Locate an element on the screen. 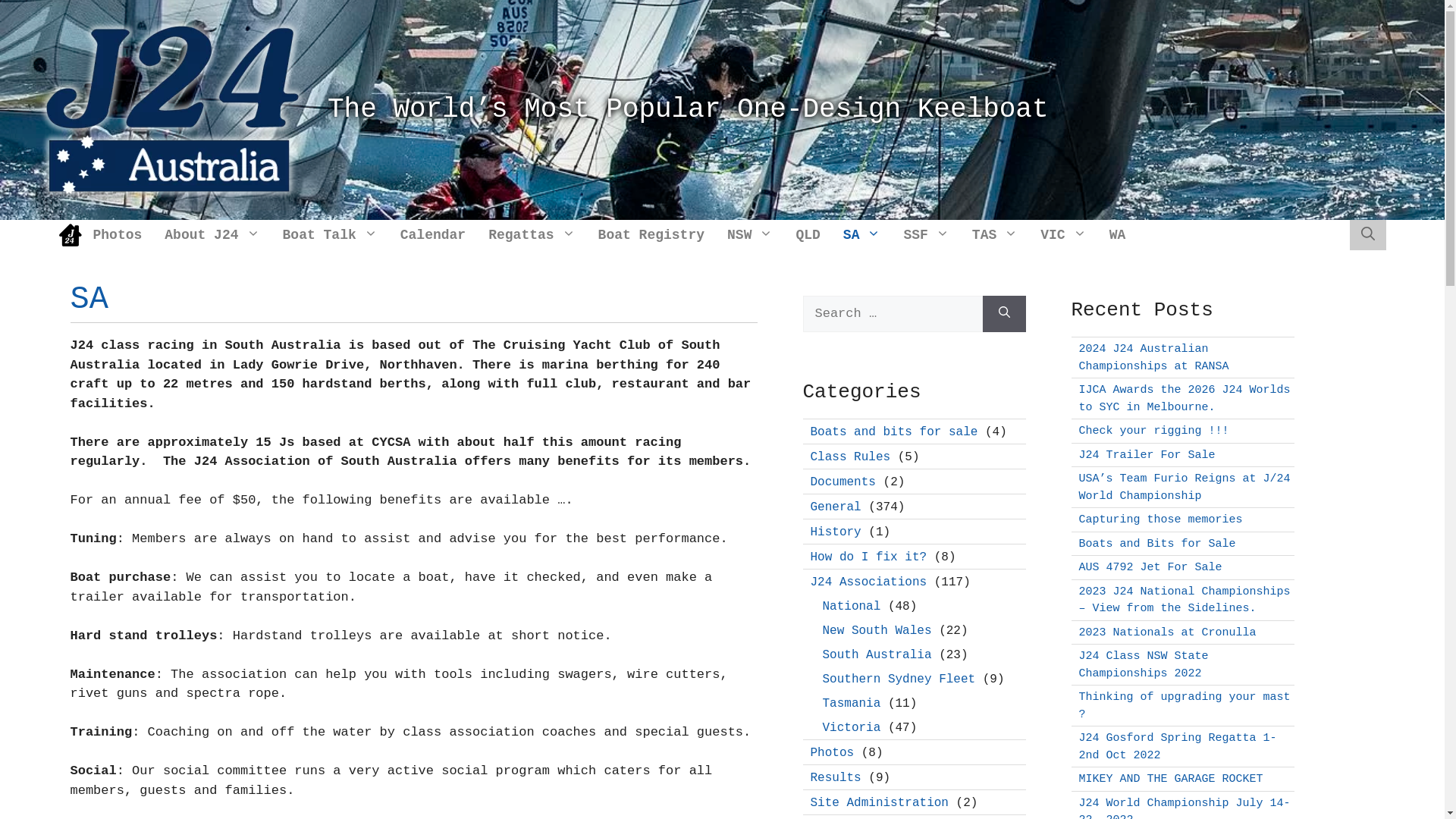  'Class Rules' is located at coordinates (850, 456).